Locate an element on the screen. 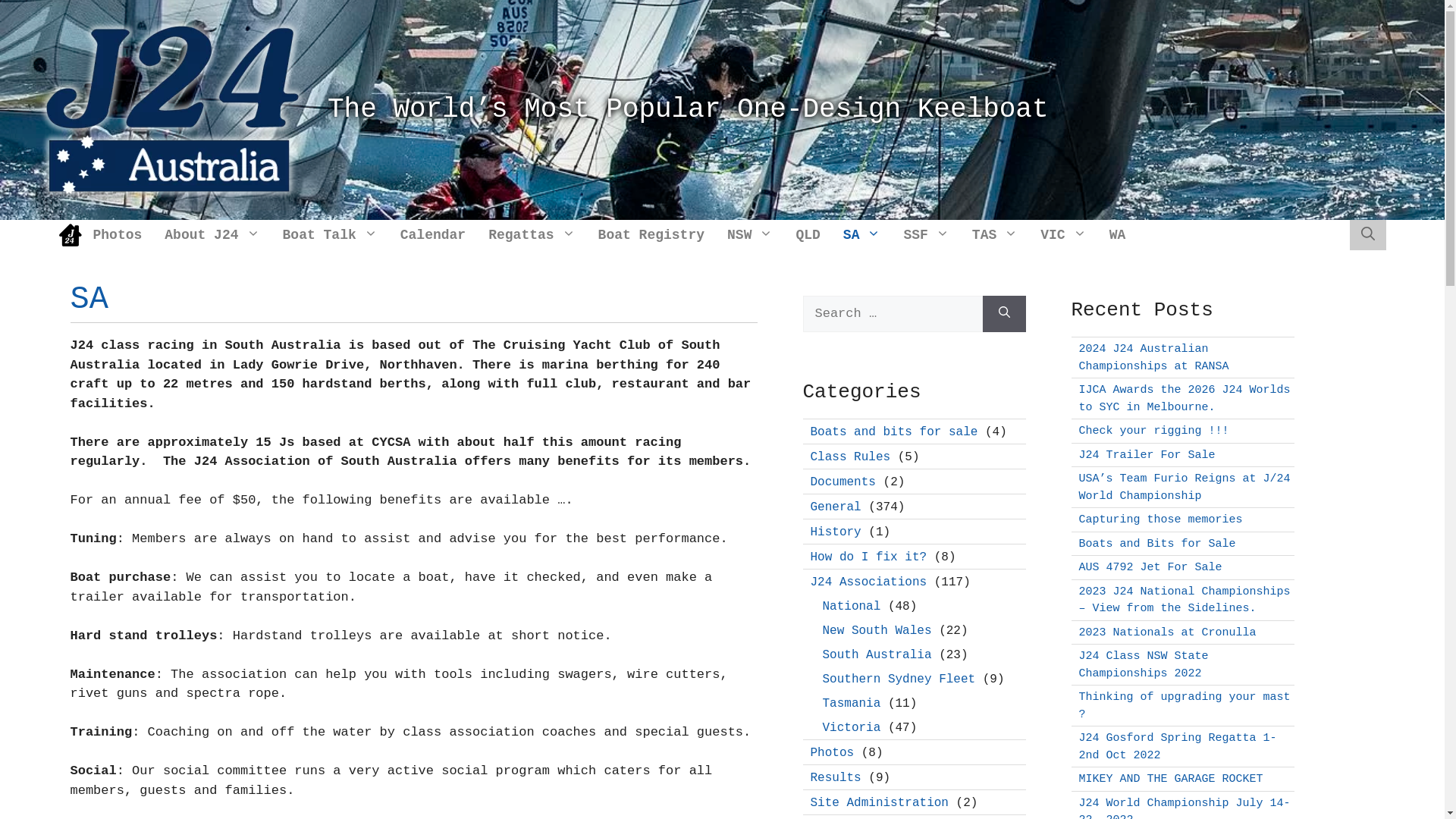  'Class Rules' is located at coordinates (850, 456).